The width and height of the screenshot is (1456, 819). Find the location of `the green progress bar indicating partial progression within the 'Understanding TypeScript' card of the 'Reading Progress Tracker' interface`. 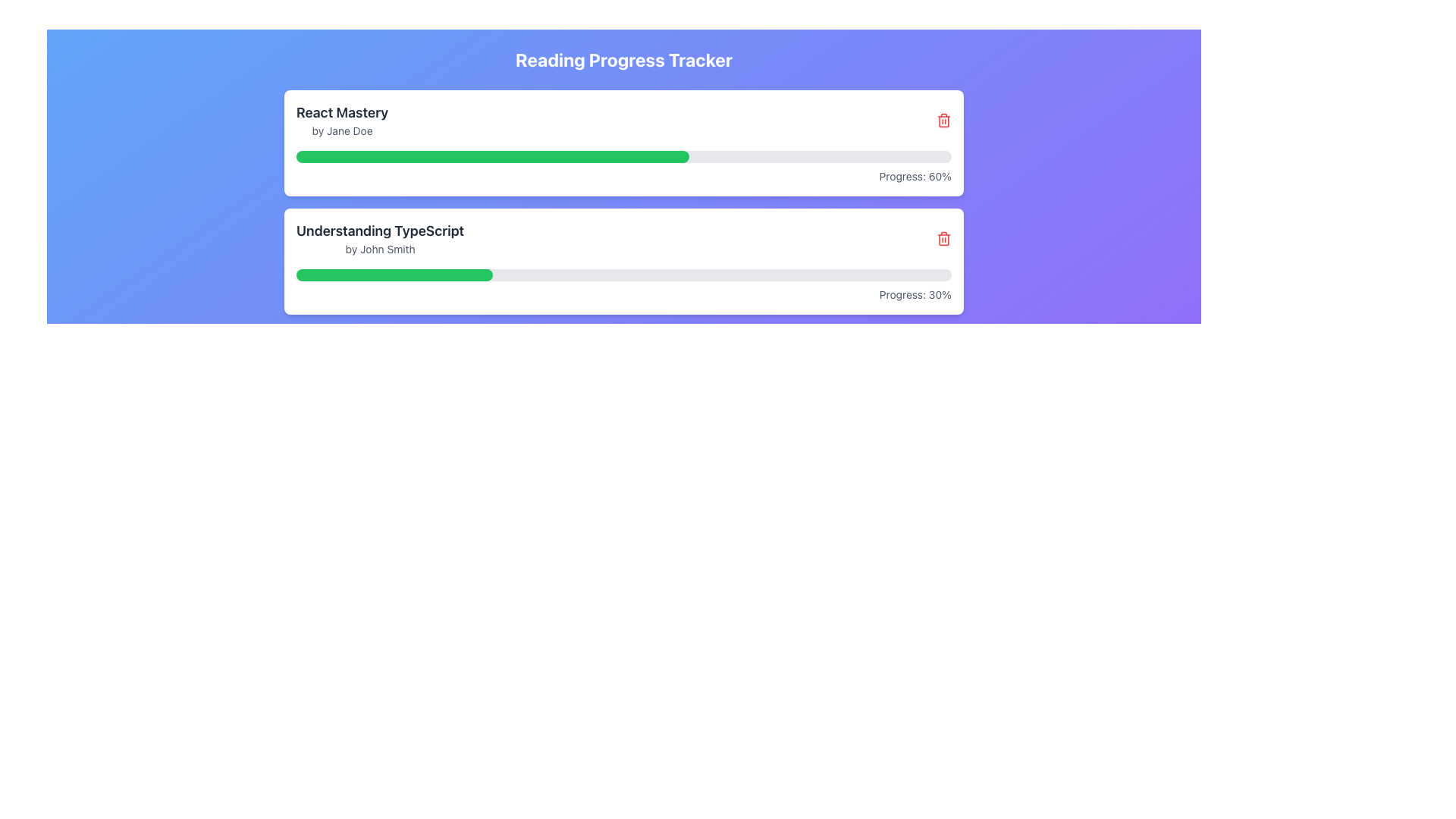

the green progress bar indicating partial progression within the 'Understanding TypeScript' card of the 'Reading Progress Tracker' interface is located at coordinates (394, 275).